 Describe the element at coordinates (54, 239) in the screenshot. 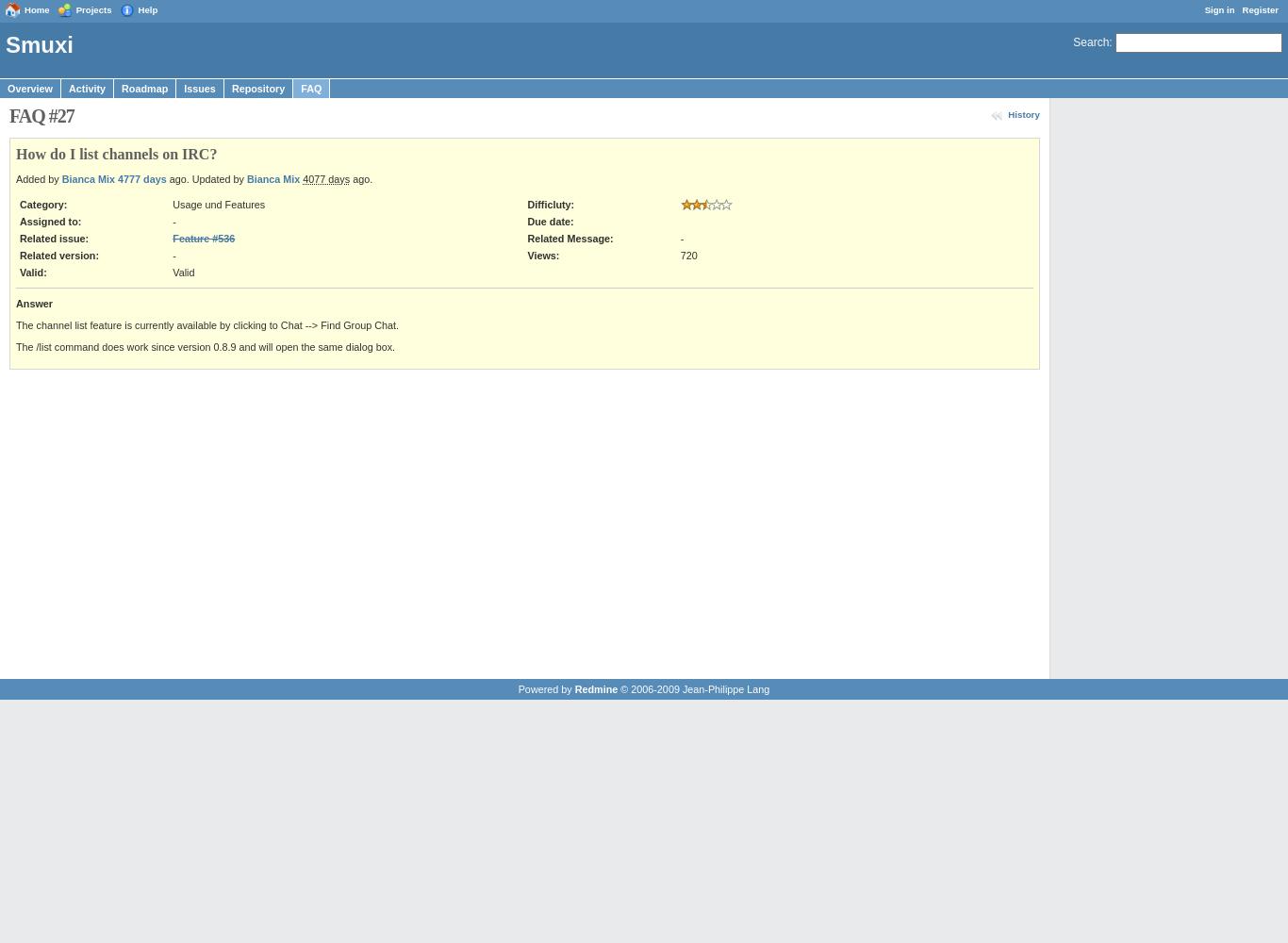

I see `'Related issue:'` at that location.